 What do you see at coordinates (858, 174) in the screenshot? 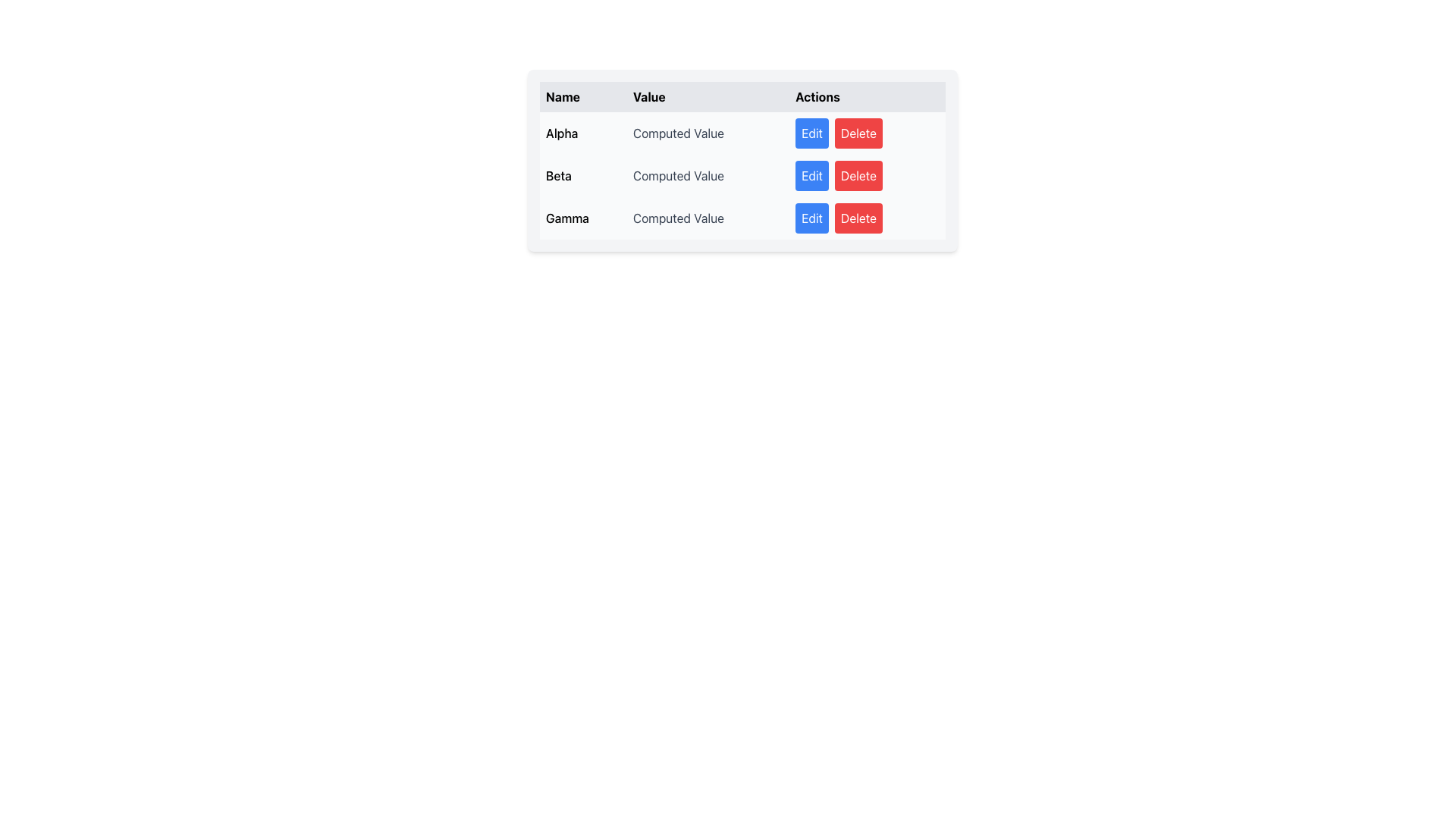
I see `keyboard navigation` at bounding box center [858, 174].